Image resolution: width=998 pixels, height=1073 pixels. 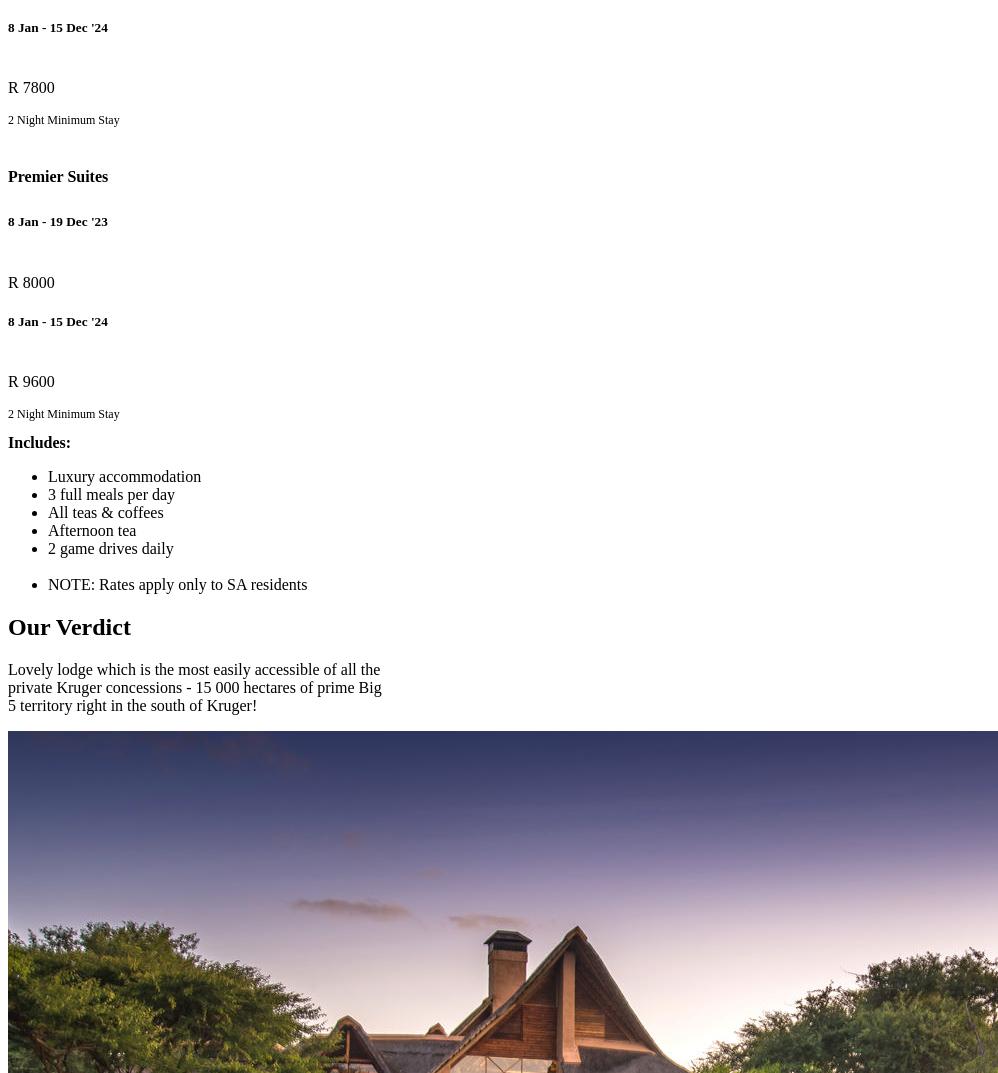 What do you see at coordinates (176, 583) in the screenshot?
I see `'NOTE: Rates apply only to SA residents'` at bounding box center [176, 583].